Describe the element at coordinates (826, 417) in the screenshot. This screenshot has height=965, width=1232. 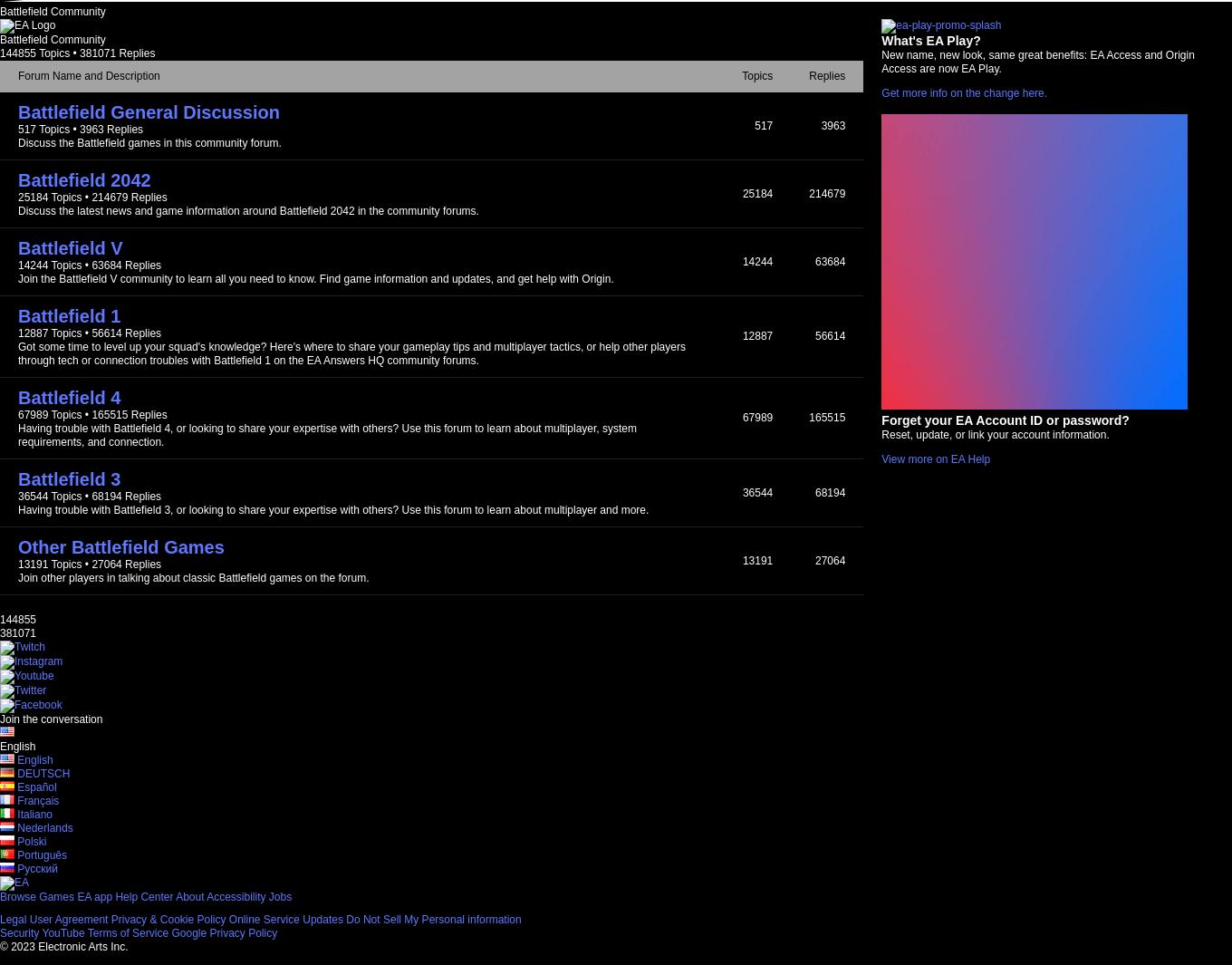
I see `'165515'` at that location.